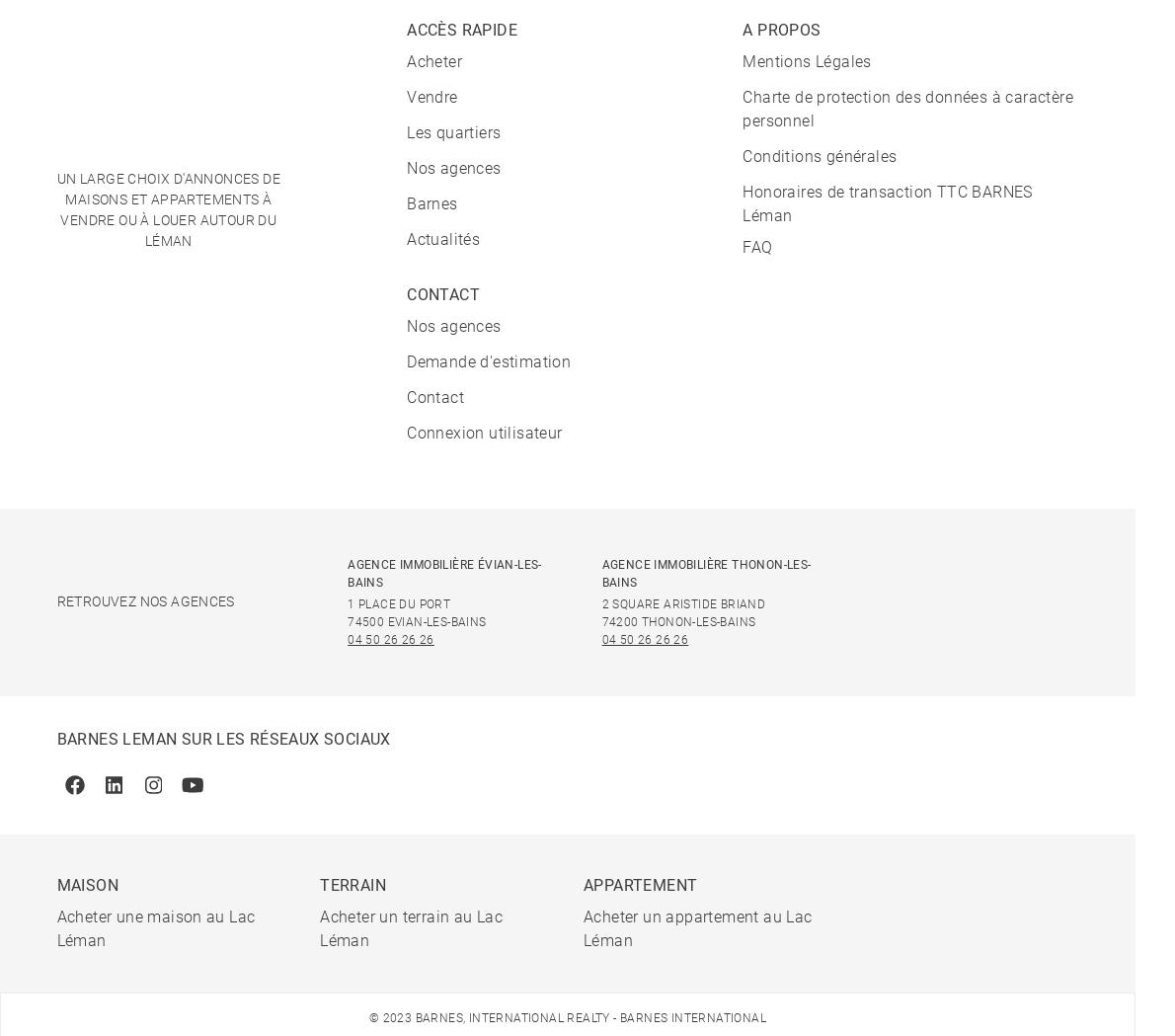 The image size is (1175, 1036). What do you see at coordinates (452, 131) in the screenshot?
I see `'Les quartiers'` at bounding box center [452, 131].